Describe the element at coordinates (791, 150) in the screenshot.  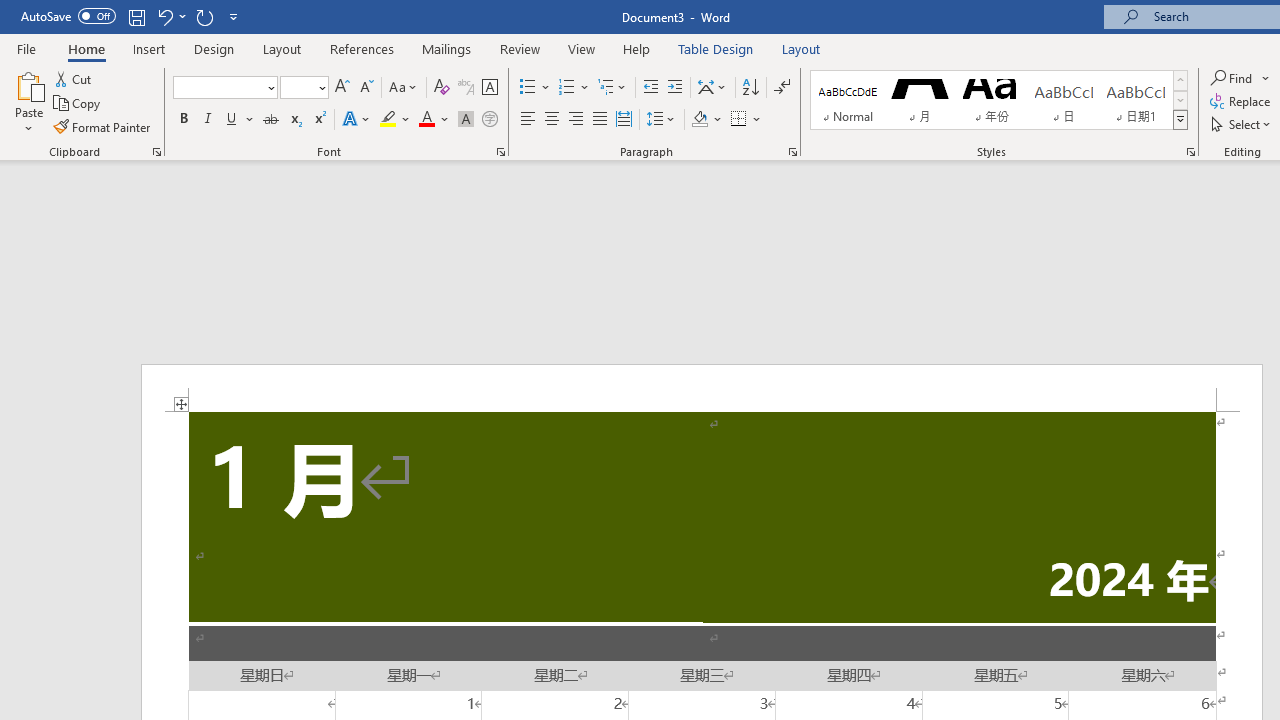
I see `'Paragraph...'` at that location.